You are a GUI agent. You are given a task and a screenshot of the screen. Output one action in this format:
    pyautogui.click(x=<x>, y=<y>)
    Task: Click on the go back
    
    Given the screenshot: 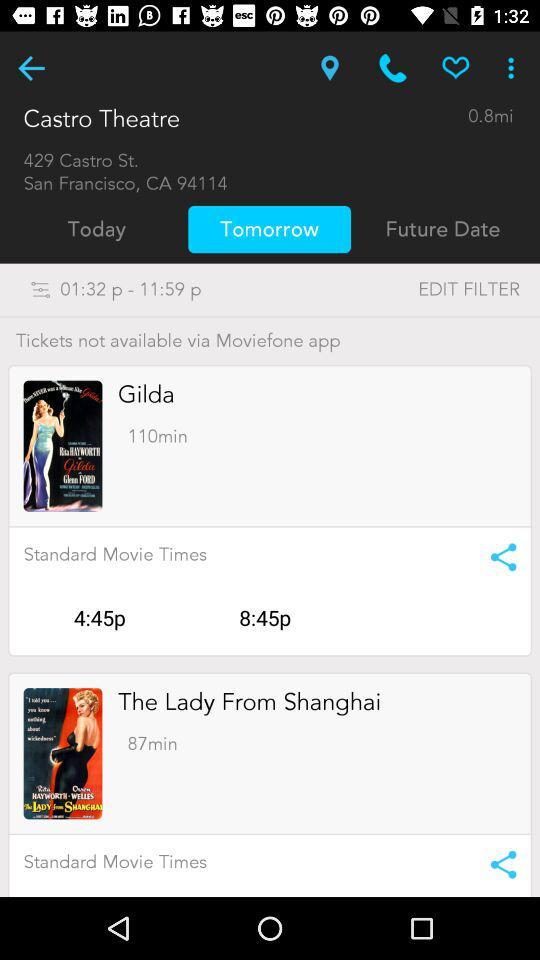 What is the action you would take?
    pyautogui.click(x=30, y=68)
    